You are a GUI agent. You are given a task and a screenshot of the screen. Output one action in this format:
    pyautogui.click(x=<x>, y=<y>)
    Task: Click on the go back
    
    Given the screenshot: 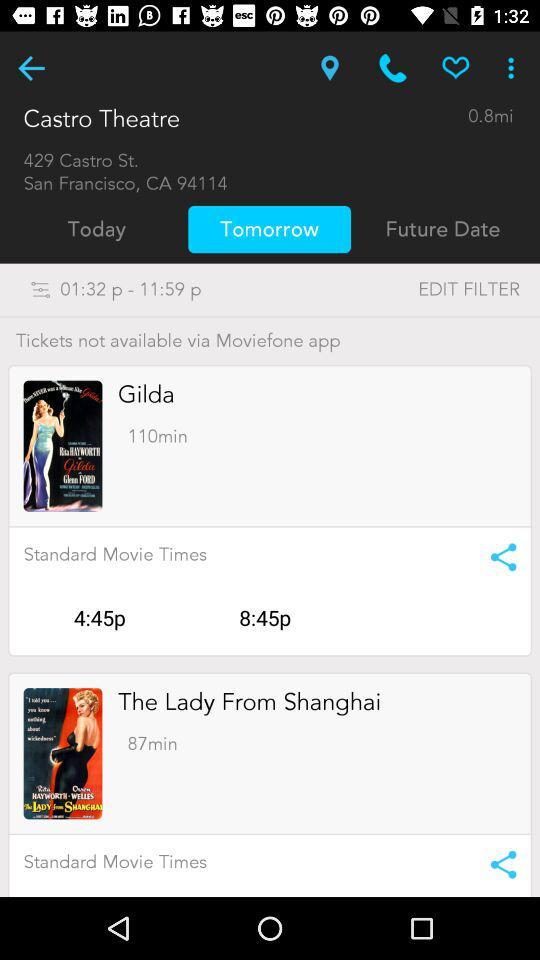 What is the action you would take?
    pyautogui.click(x=30, y=68)
    